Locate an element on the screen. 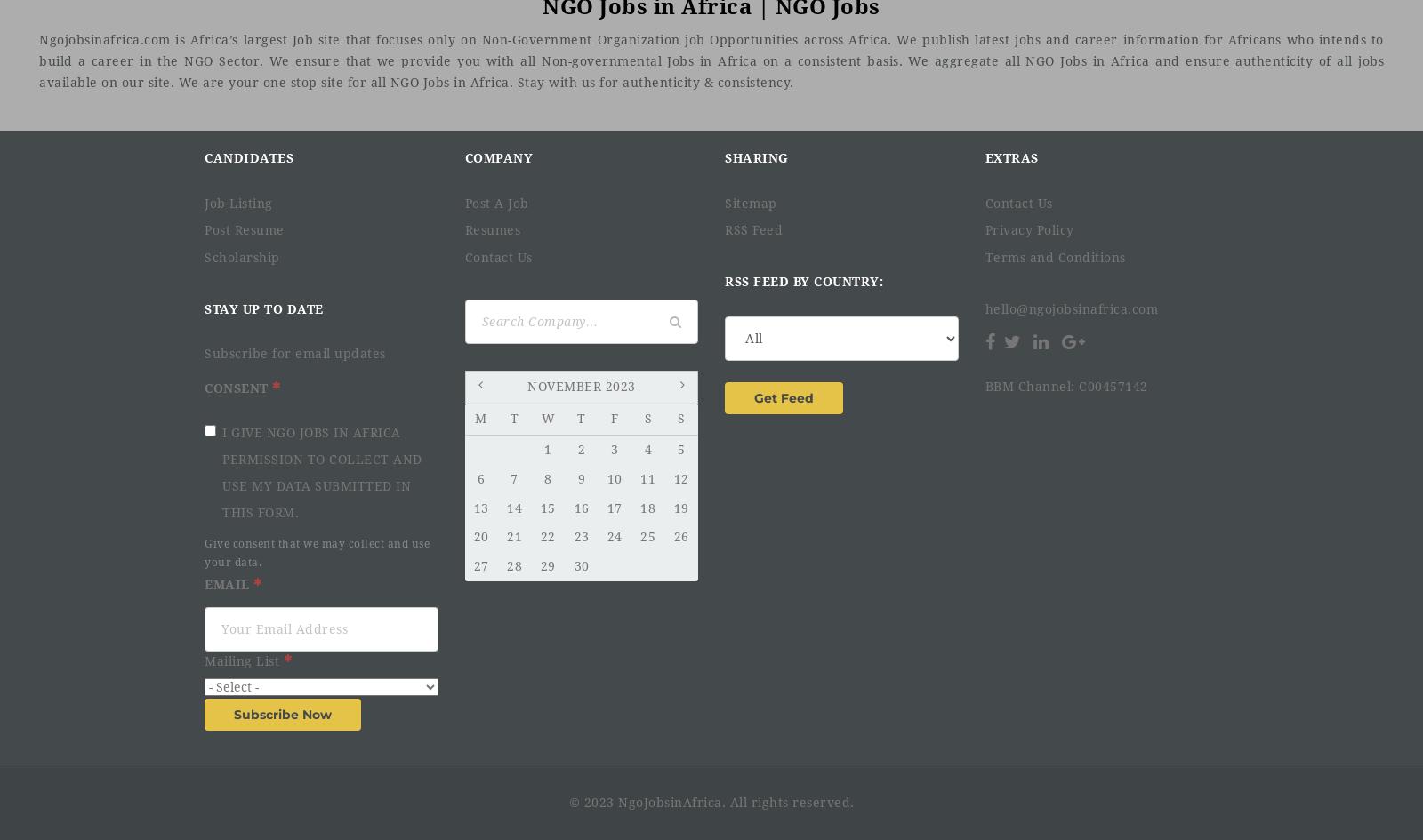 Image resolution: width=1423 pixels, height=840 pixels. 'November 2023' is located at coordinates (581, 386).